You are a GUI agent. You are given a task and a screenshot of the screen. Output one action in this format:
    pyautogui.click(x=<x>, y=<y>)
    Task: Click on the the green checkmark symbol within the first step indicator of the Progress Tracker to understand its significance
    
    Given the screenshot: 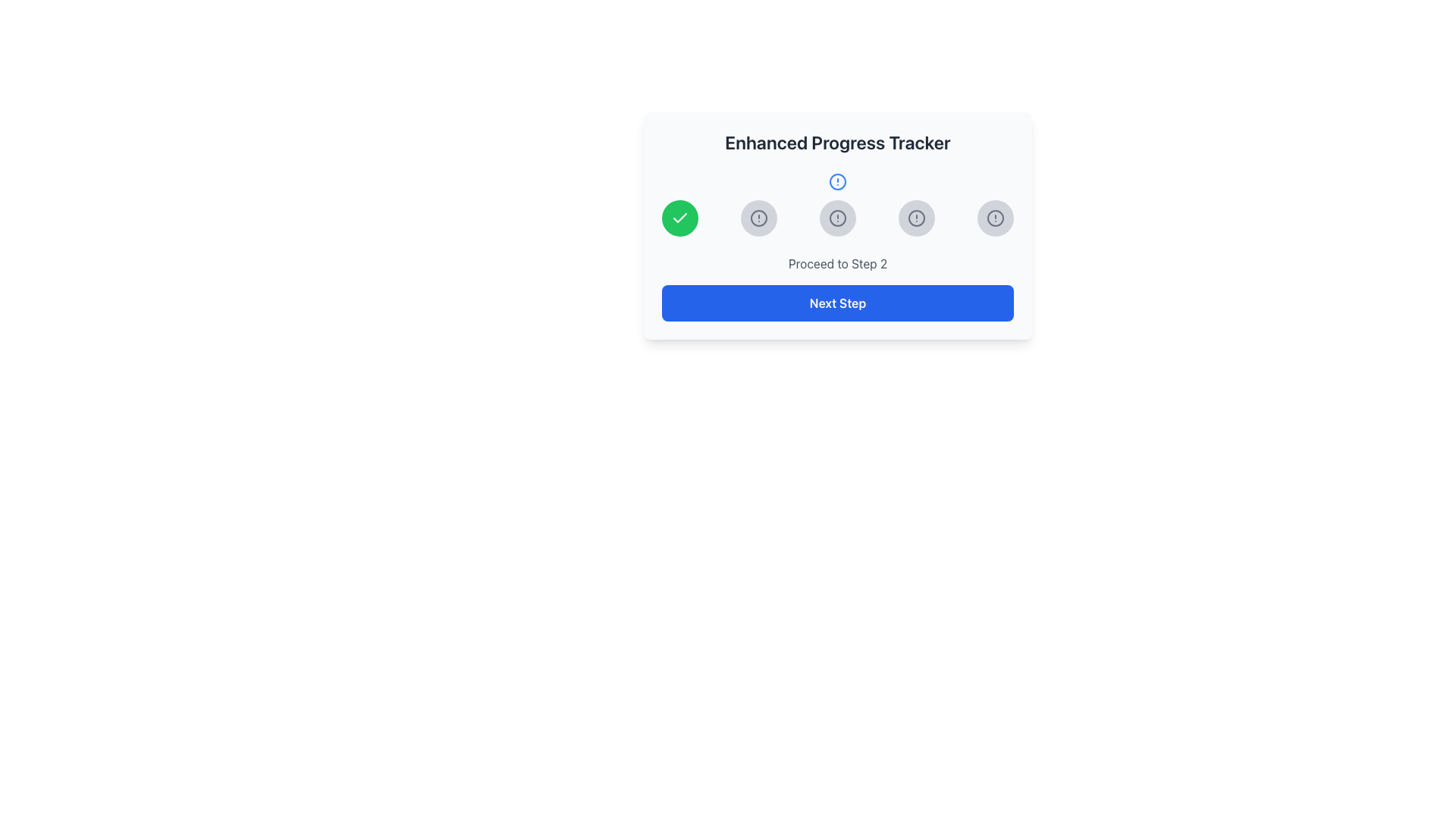 What is the action you would take?
    pyautogui.click(x=679, y=218)
    